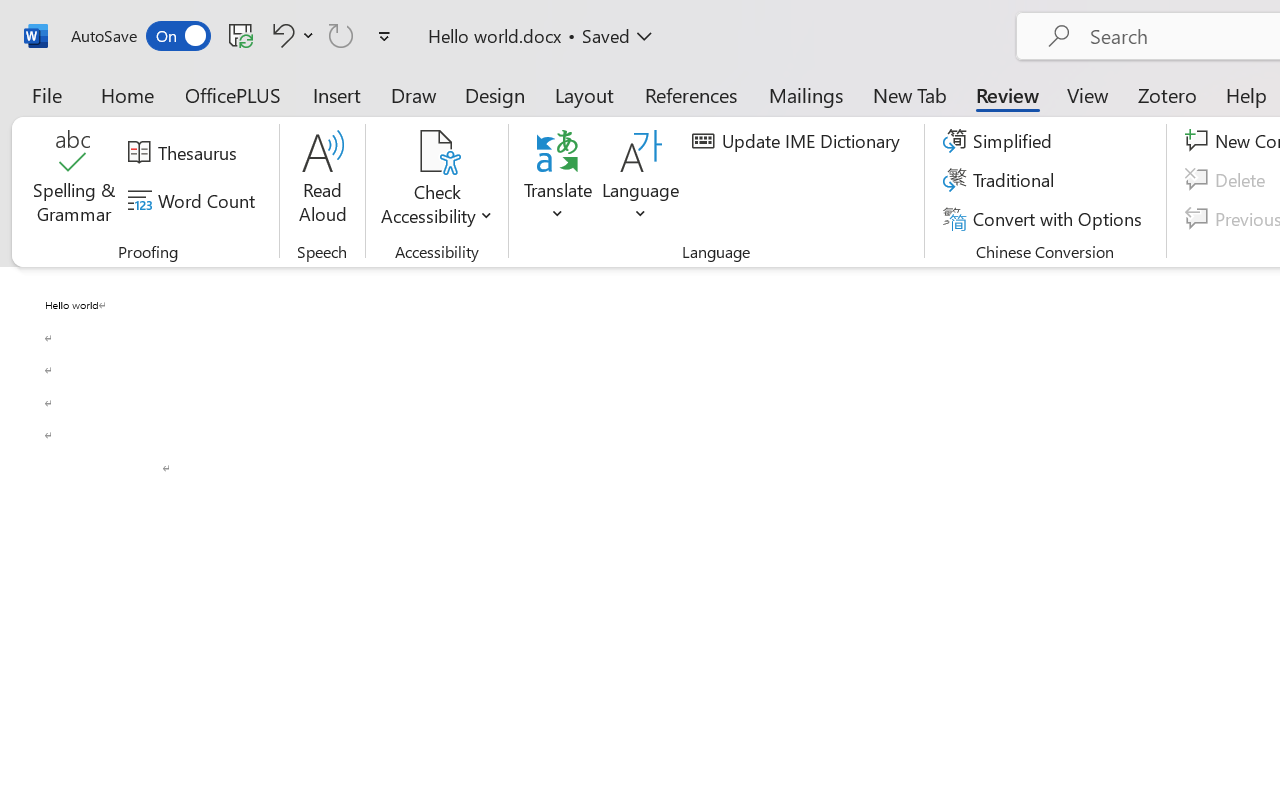  Describe the element at coordinates (641, 179) in the screenshot. I see `'Language'` at that location.